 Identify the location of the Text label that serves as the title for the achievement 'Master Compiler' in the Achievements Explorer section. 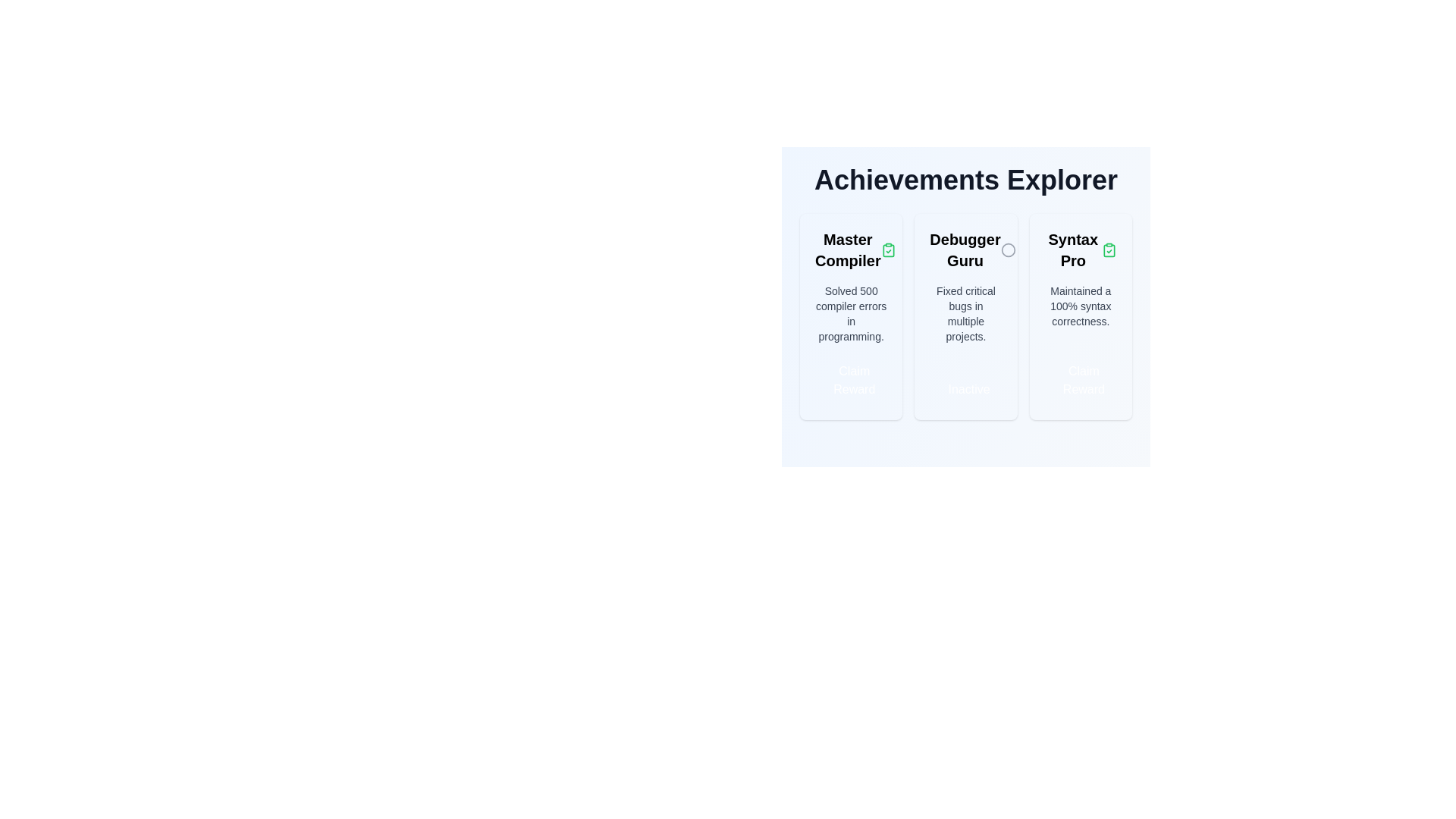
(847, 249).